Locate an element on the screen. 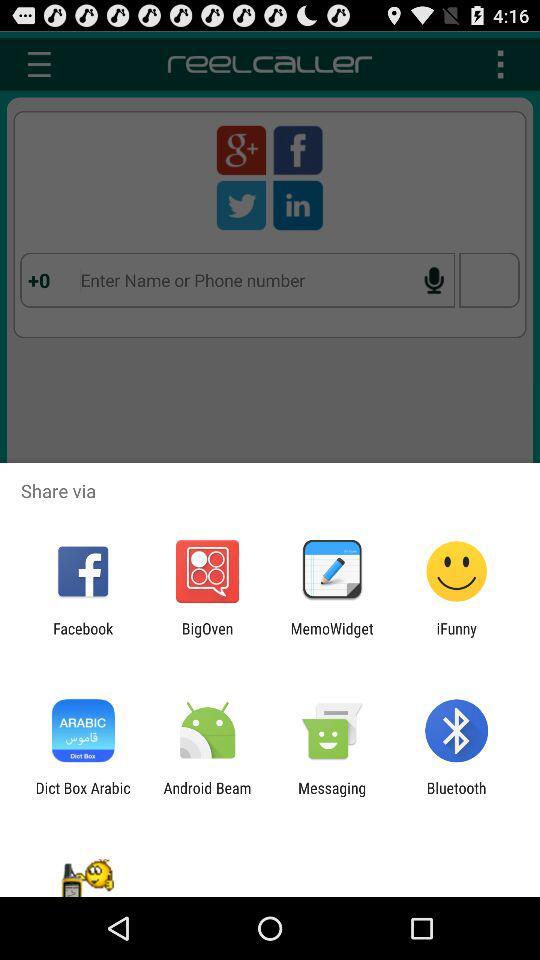 Image resolution: width=540 pixels, height=960 pixels. dict box arabic is located at coordinates (82, 796).